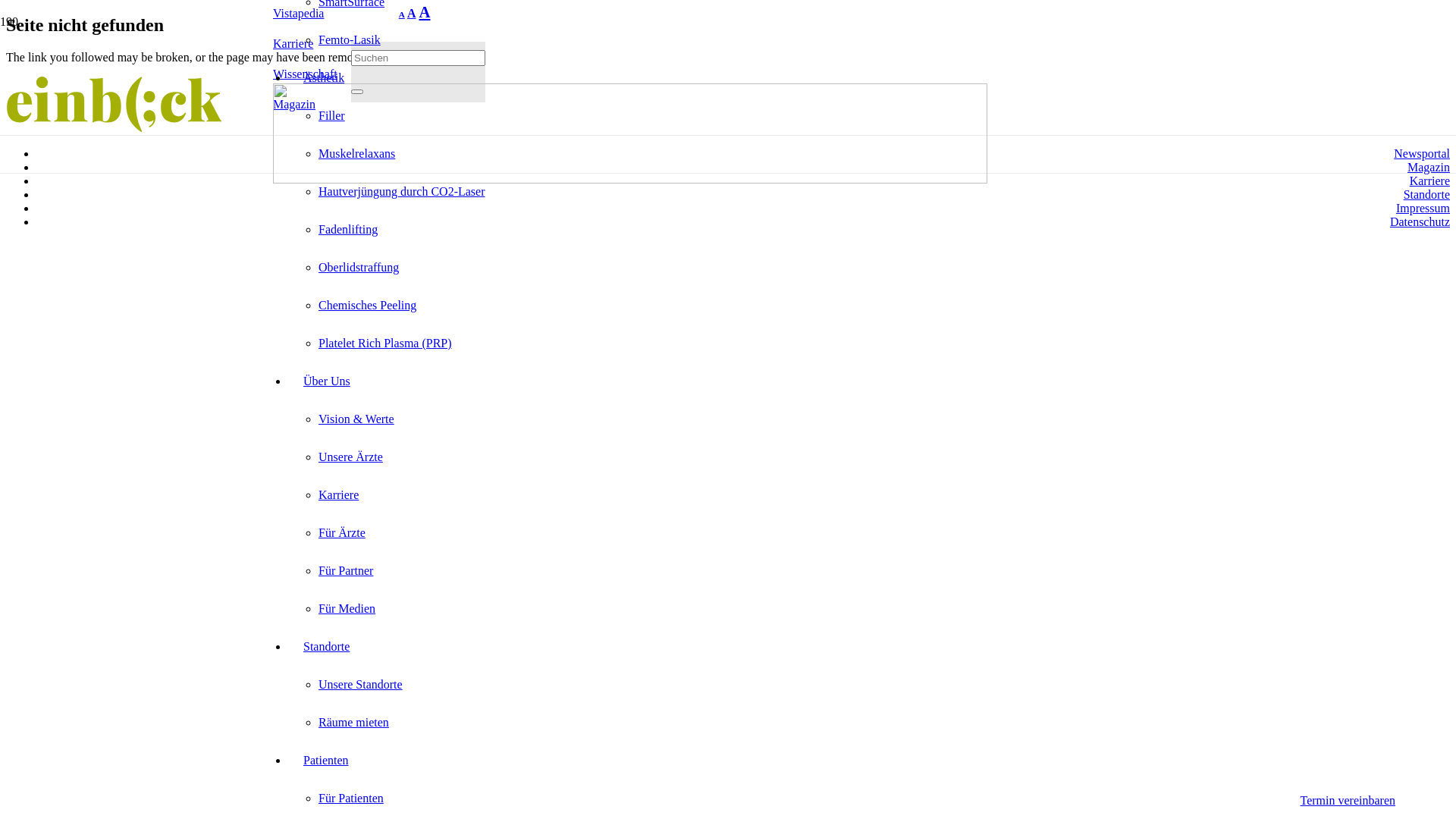 This screenshot has width=1456, height=819. I want to click on 'Wissenschaft', so click(304, 74).